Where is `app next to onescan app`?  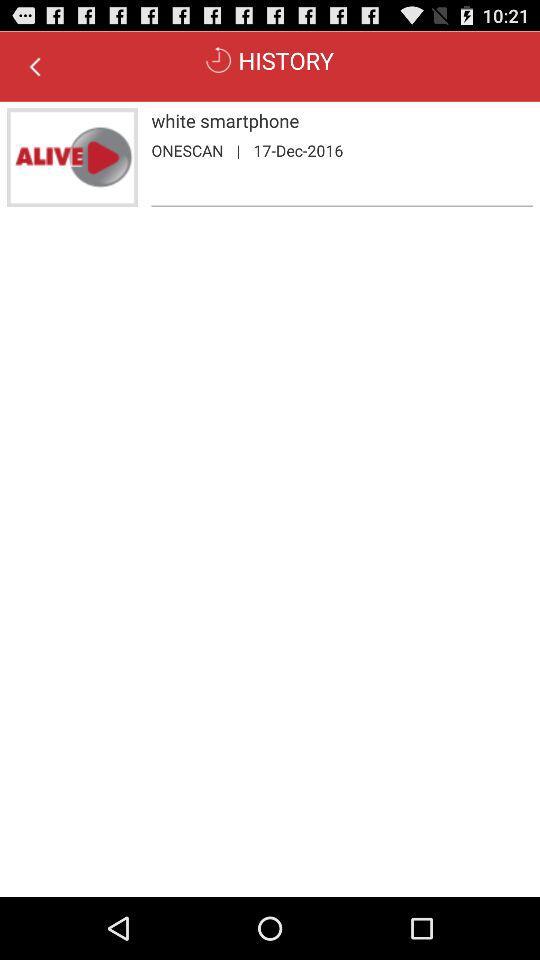 app next to onescan app is located at coordinates (238, 149).